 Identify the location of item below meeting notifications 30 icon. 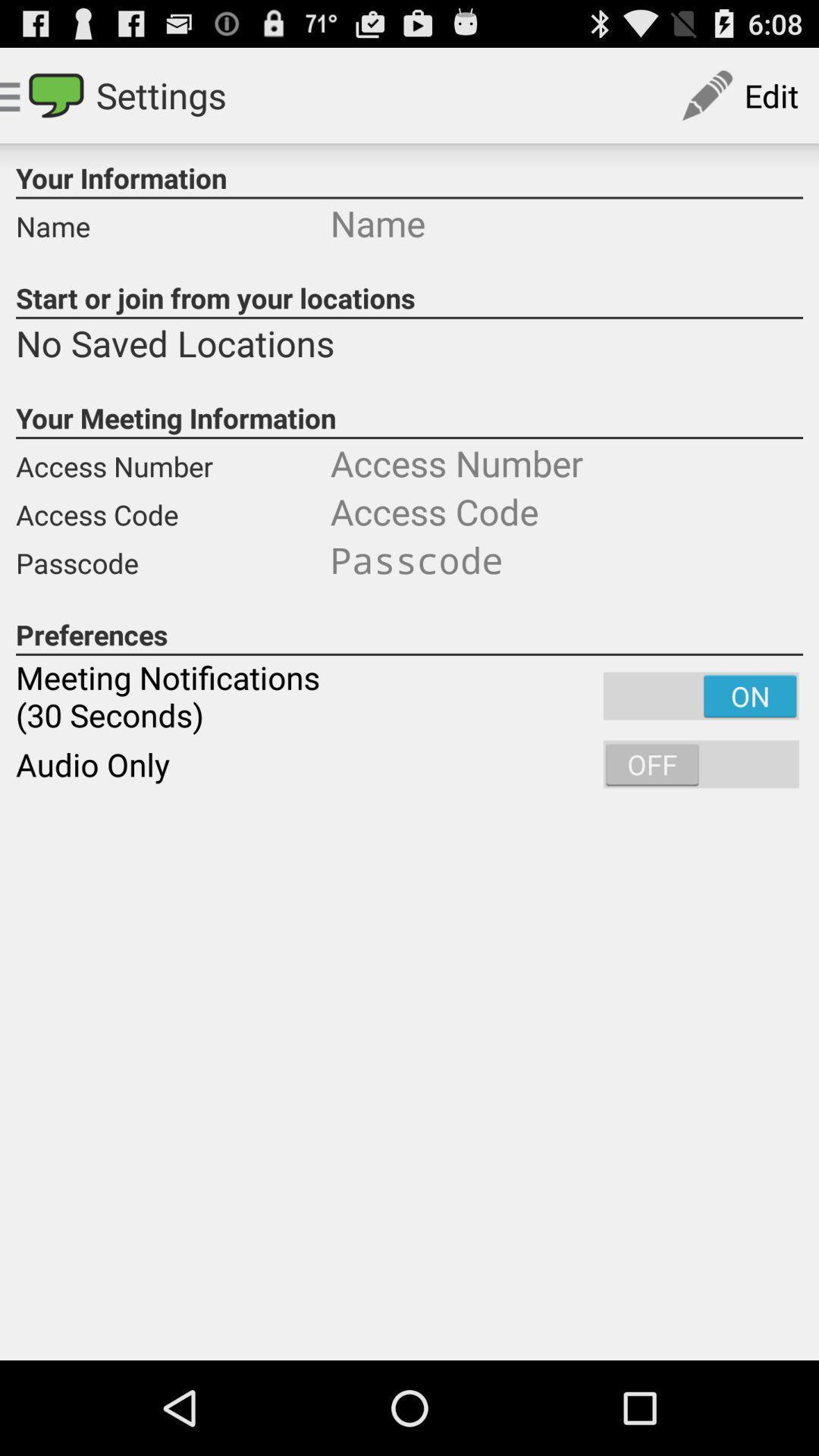
(409, 764).